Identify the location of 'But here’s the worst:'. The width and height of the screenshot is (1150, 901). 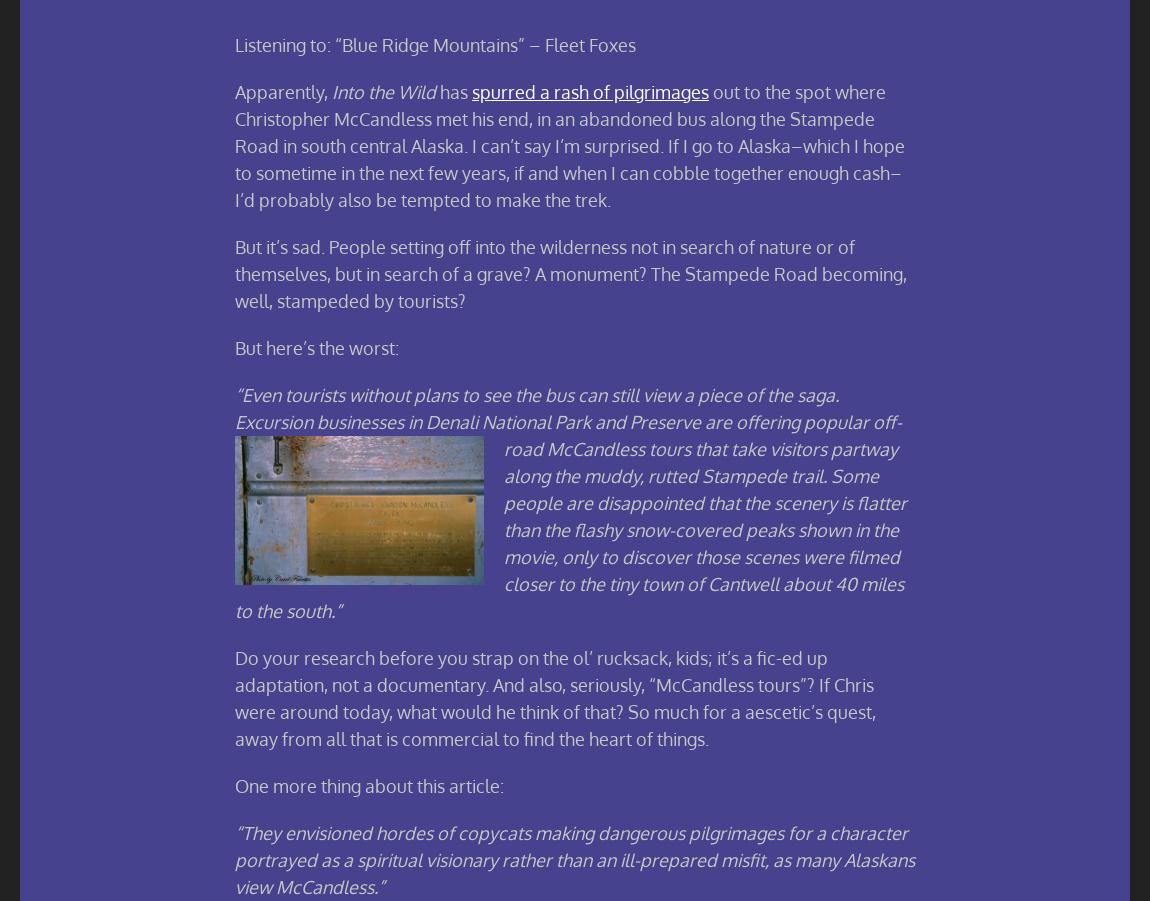
(317, 346).